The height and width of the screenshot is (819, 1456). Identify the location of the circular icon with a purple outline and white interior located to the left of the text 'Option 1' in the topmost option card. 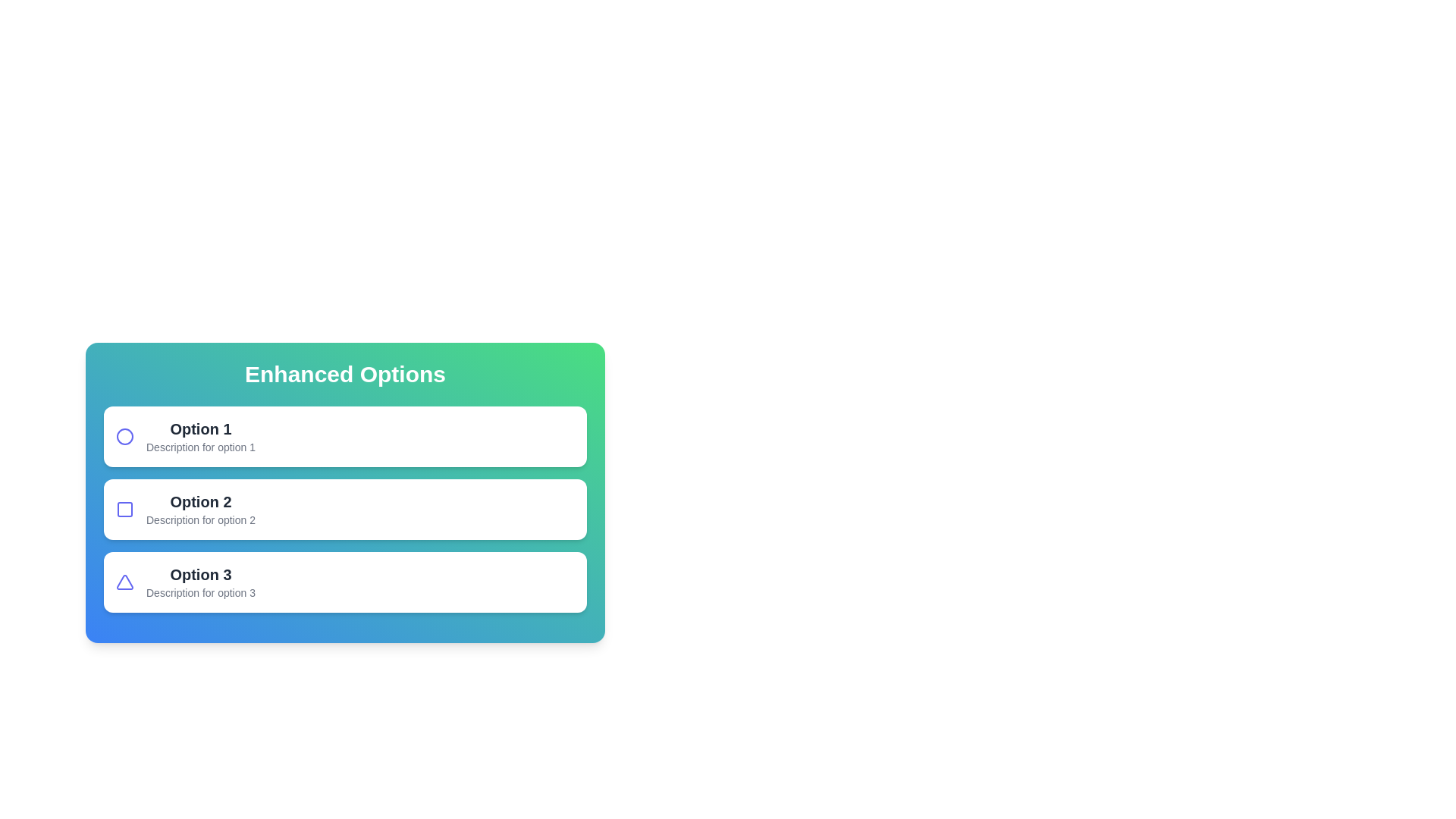
(124, 436).